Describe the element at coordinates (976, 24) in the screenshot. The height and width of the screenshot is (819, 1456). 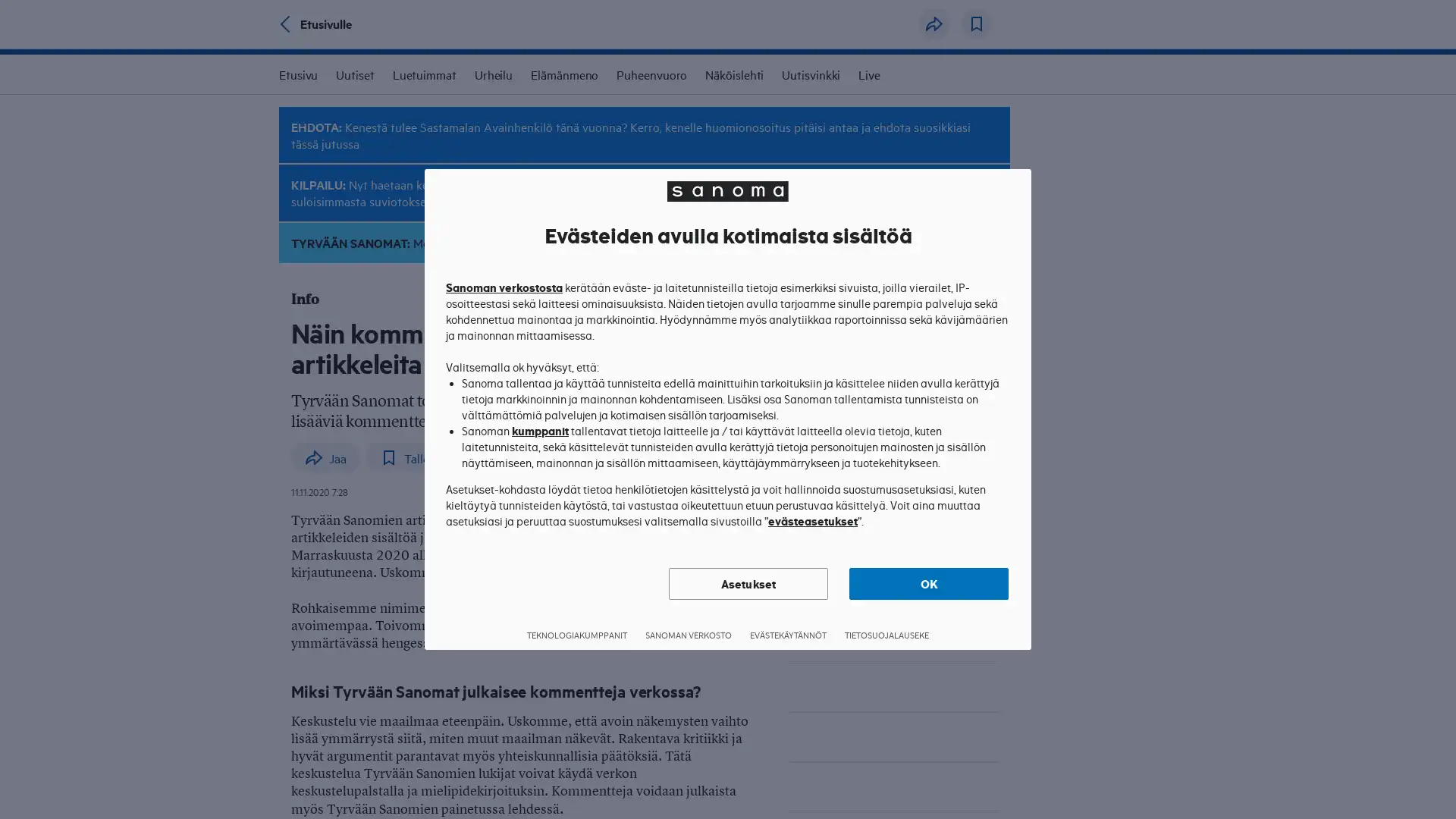
I see `Tallenna` at that location.